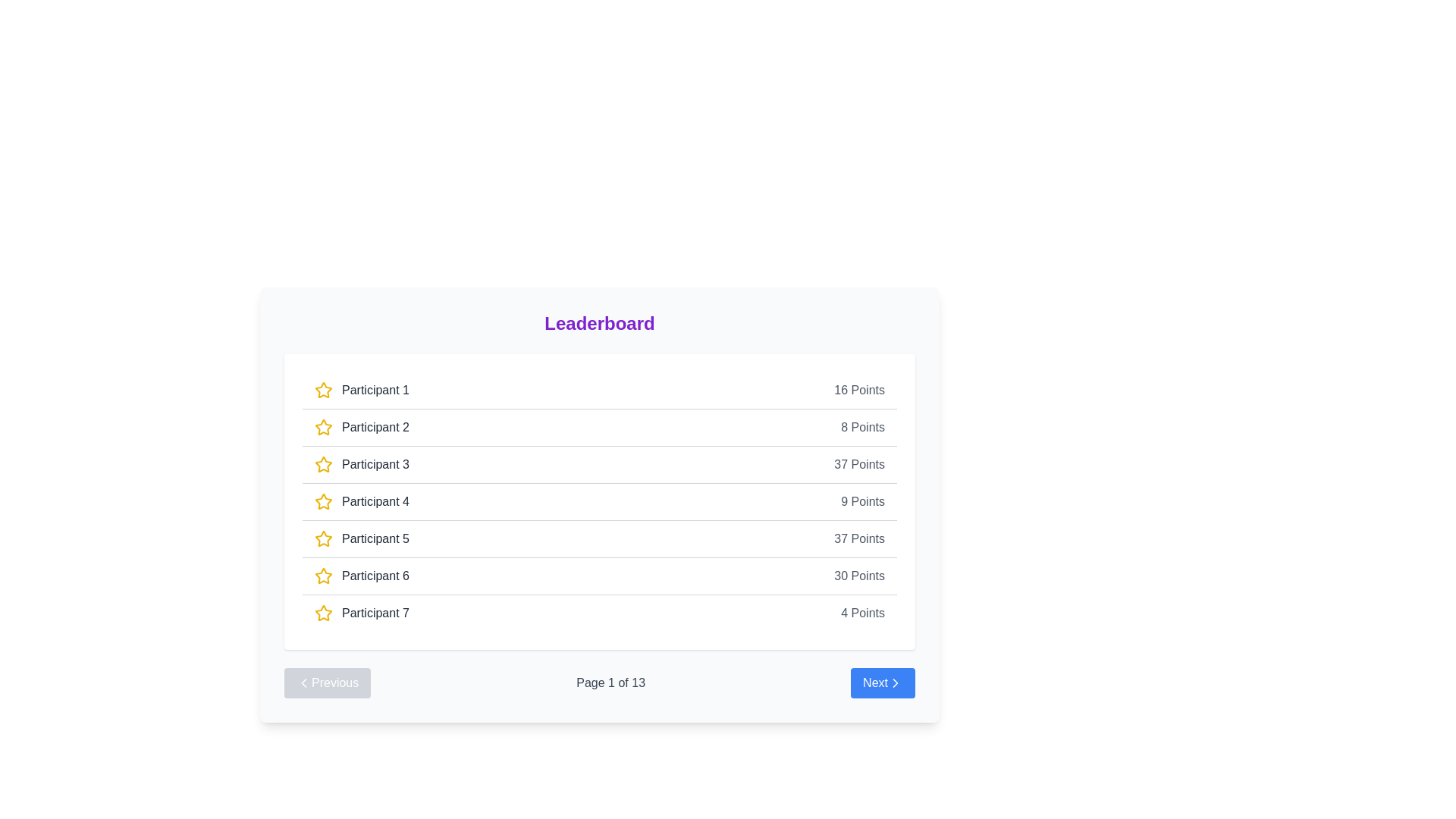 This screenshot has height=819, width=1456. Describe the element at coordinates (895, 683) in the screenshot. I see `the right-pointing chevron icon associated with the 'Next' button at the bottom-right corner of the leaderboard interface` at that location.